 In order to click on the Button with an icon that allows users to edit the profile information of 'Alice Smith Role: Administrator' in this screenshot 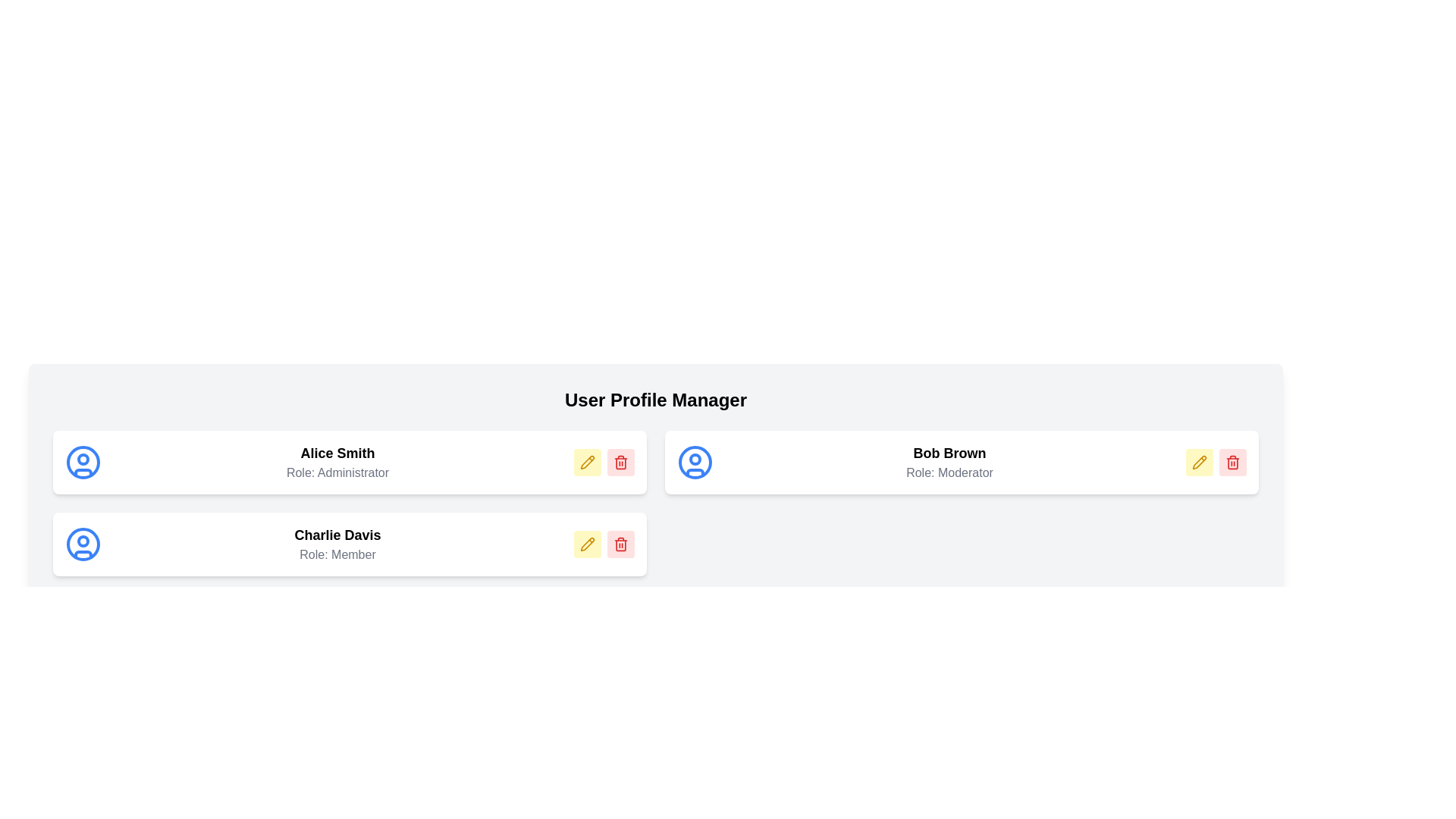, I will do `click(586, 461)`.